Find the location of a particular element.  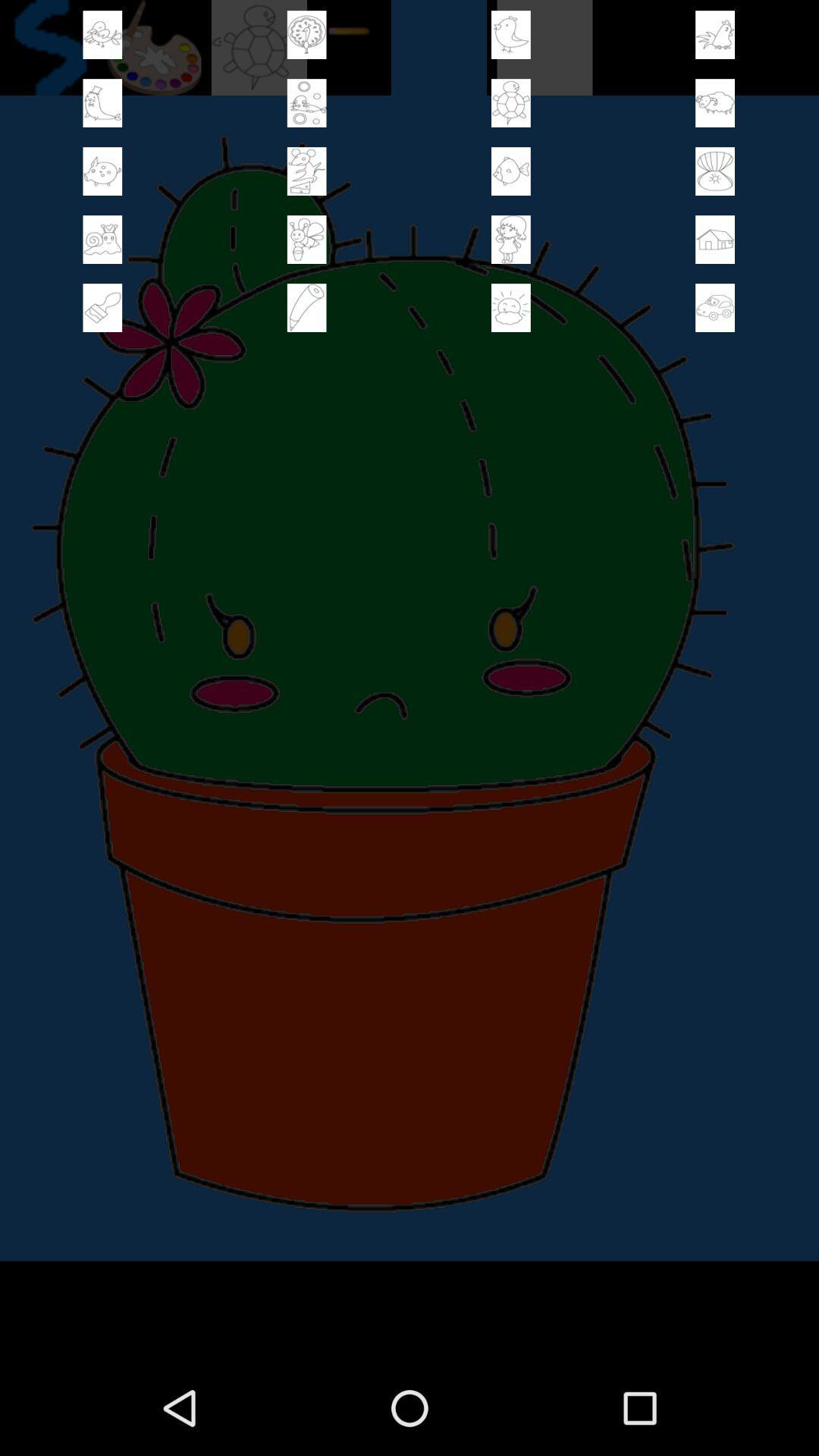

show picture of a house is located at coordinates (715, 239).